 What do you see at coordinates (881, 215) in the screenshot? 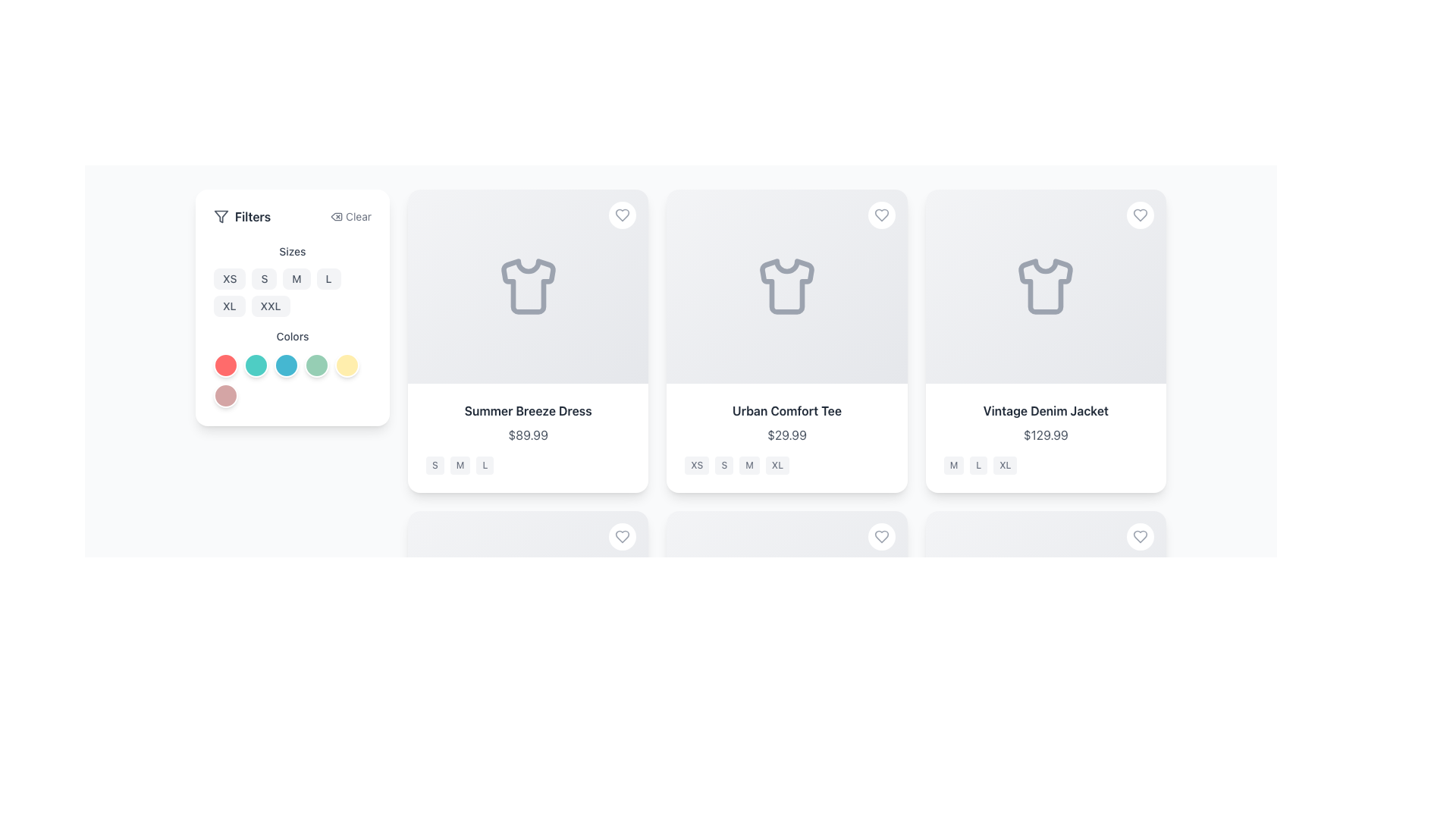
I see `the heart icon located in the top-right corner of the second card representing the product 'Urban Comfort Tee'` at bounding box center [881, 215].